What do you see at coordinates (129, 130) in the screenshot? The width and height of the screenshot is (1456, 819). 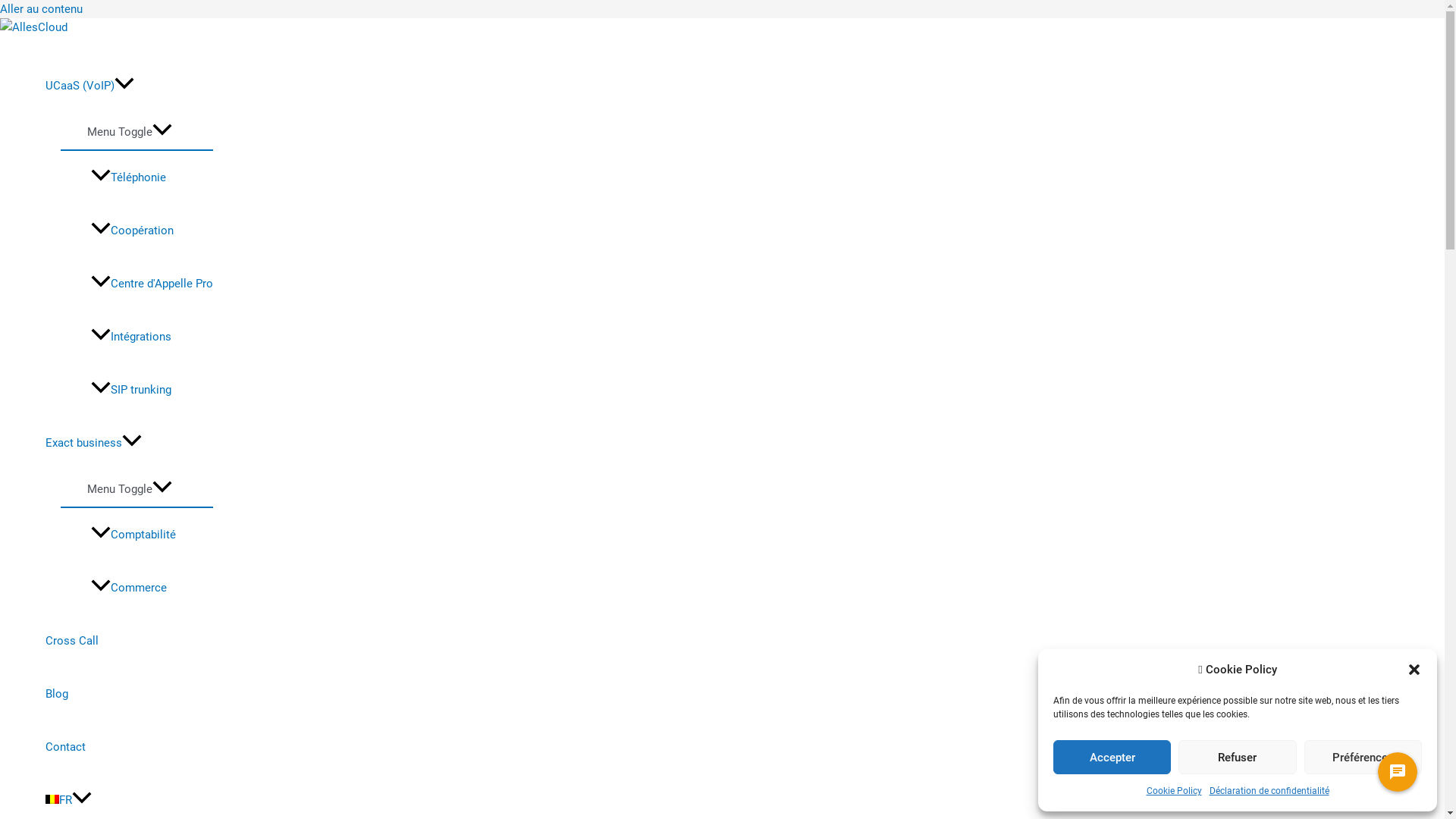 I see `'Menu Toggle'` at bounding box center [129, 130].